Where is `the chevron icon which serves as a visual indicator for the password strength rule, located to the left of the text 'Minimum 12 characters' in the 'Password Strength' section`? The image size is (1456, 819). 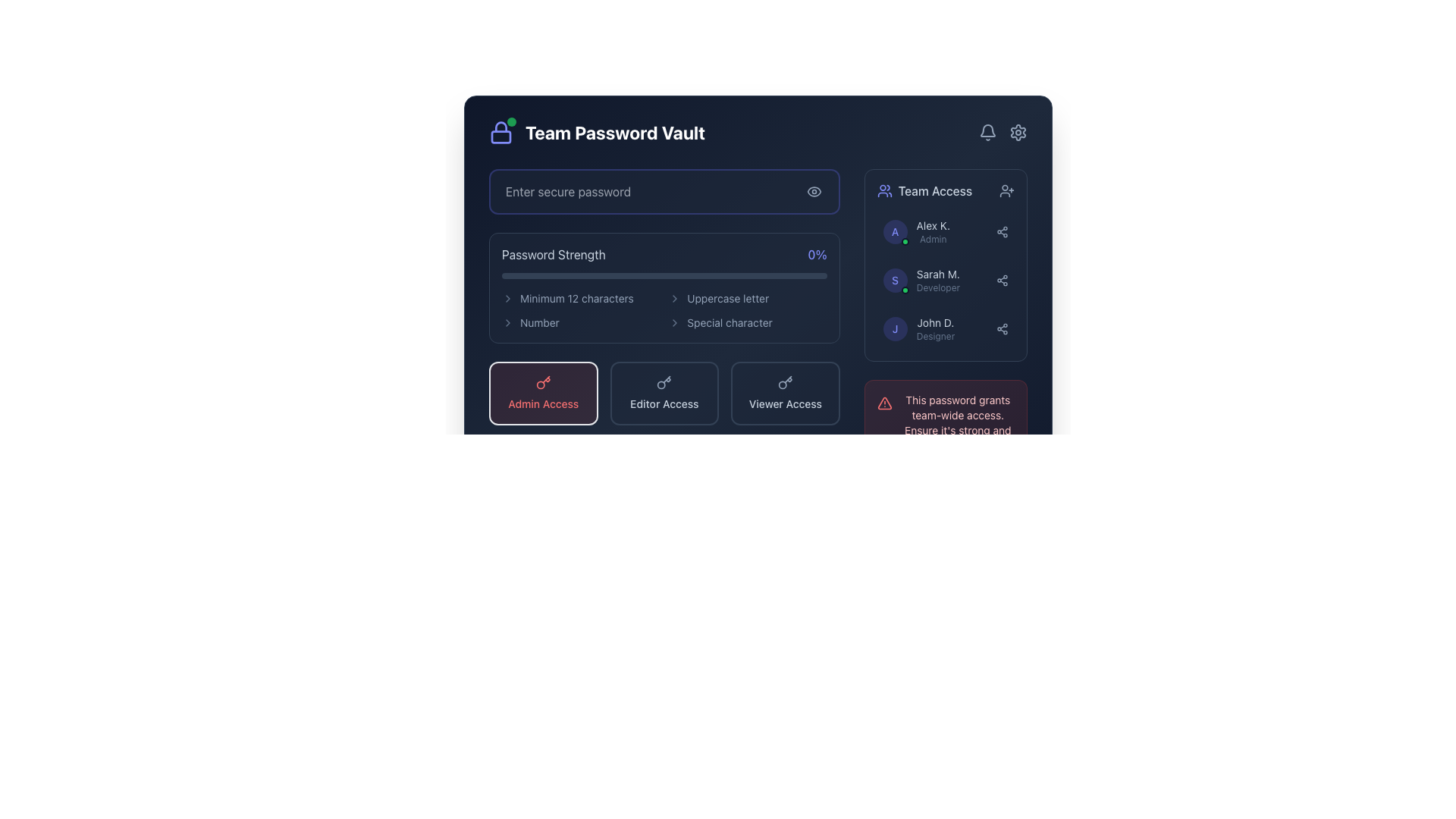
the chevron icon which serves as a visual indicator for the password strength rule, located to the left of the text 'Minimum 12 characters' in the 'Password Strength' section is located at coordinates (508, 298).